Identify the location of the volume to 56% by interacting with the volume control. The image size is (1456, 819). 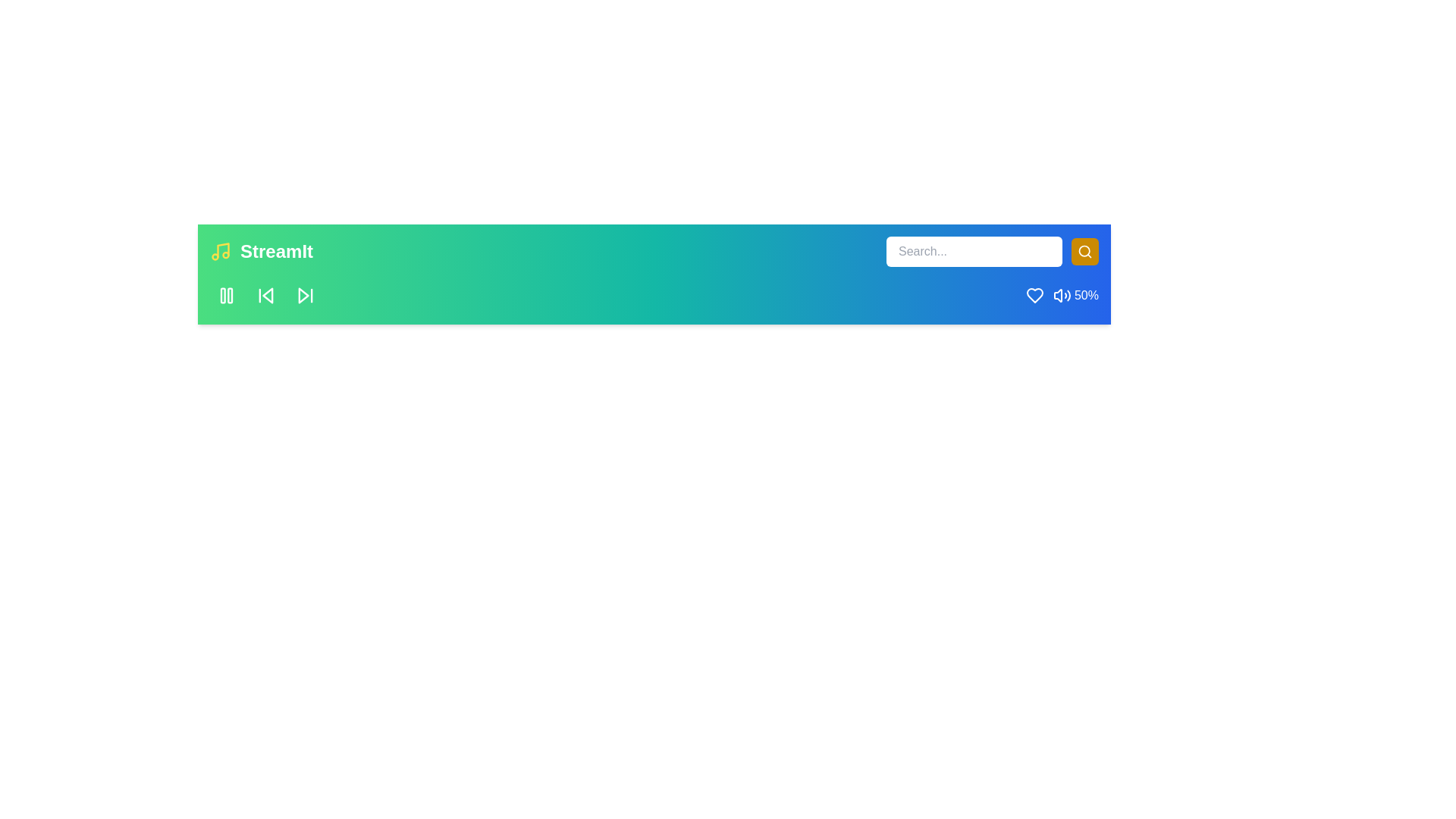
(1062, 295).